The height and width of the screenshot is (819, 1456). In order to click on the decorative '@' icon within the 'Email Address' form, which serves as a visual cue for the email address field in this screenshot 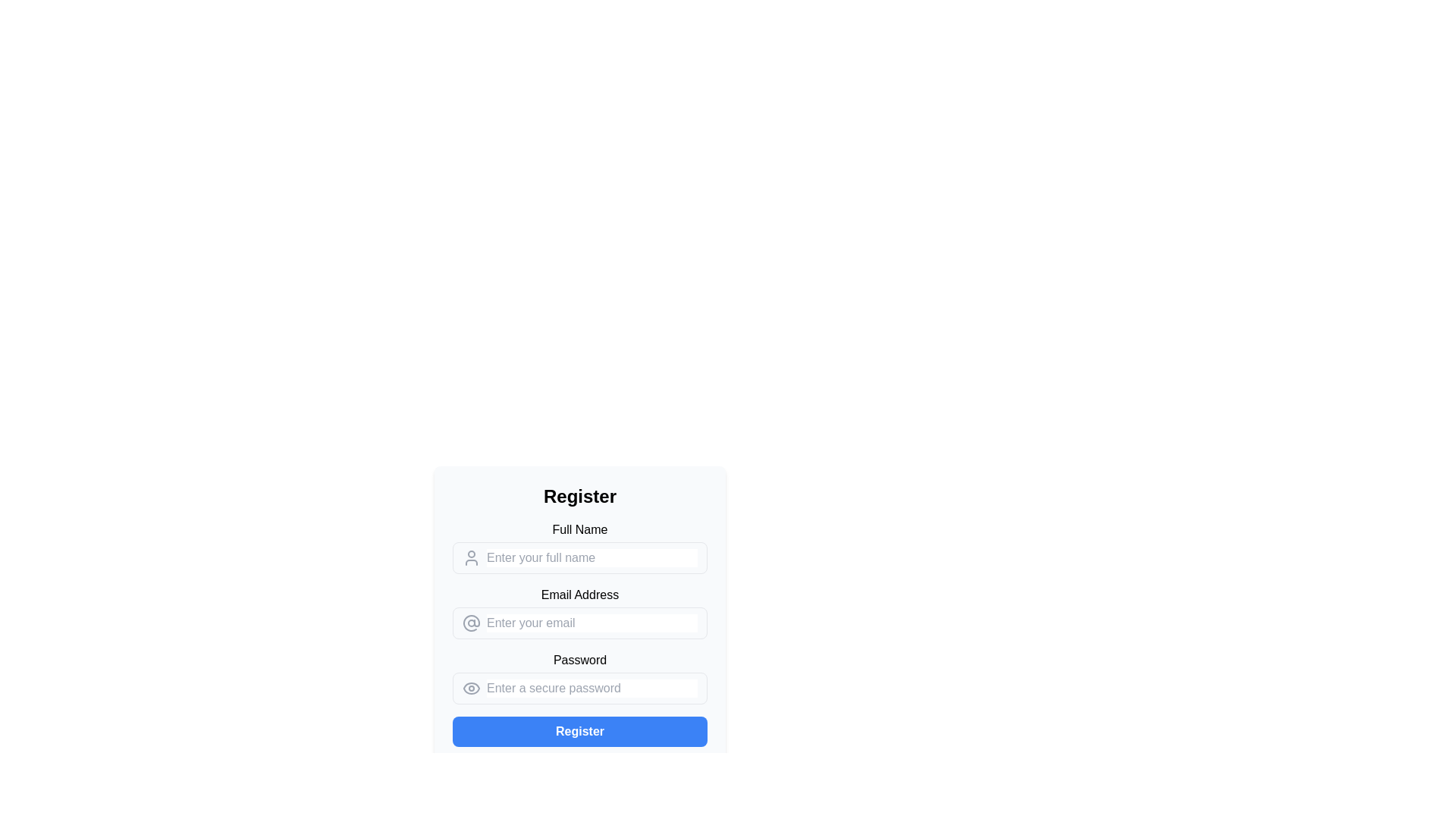, I will do `click(471, 623)`.